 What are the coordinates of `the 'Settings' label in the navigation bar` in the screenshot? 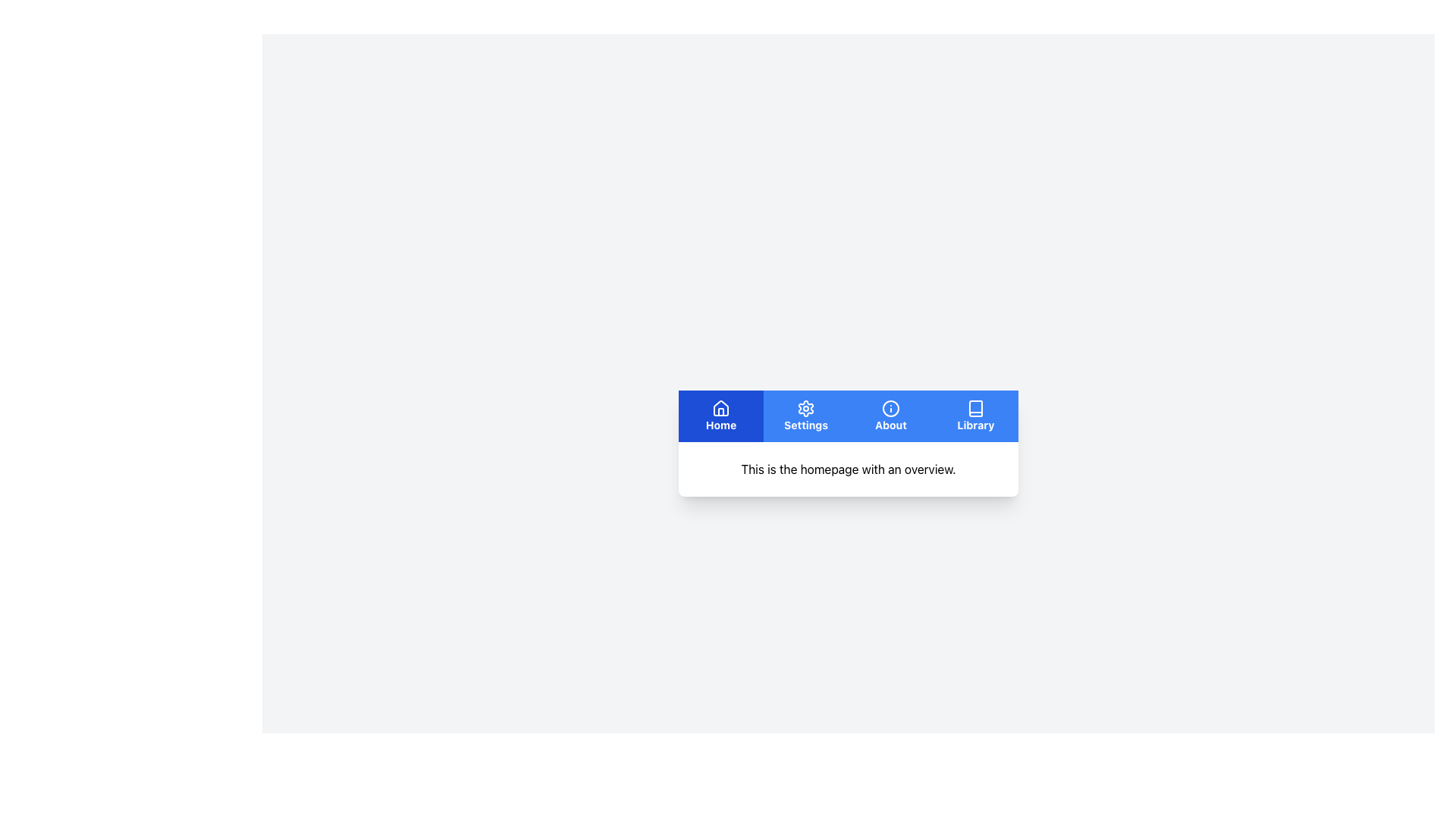 It's located at (805, 425).